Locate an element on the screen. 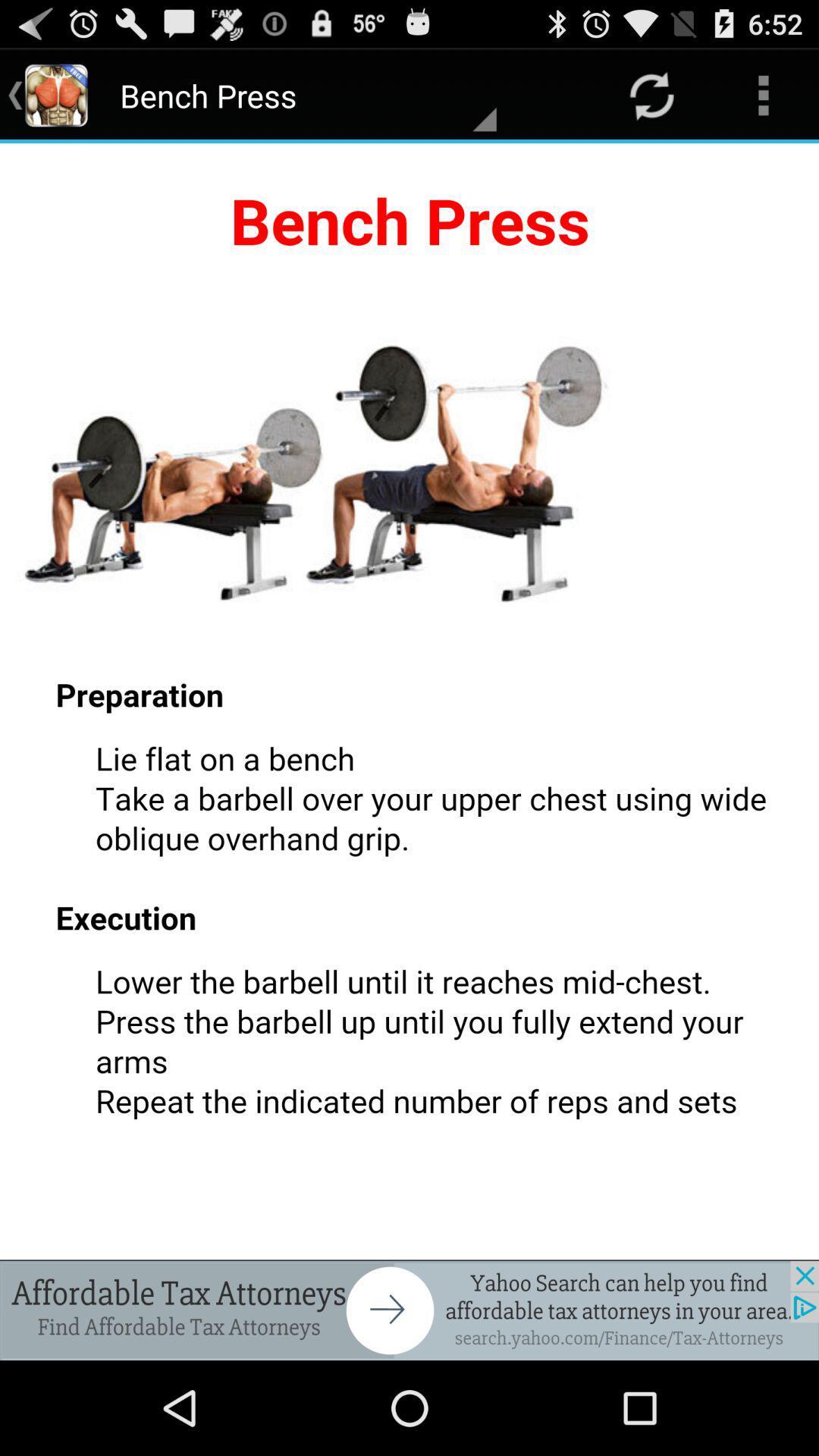 Image resolution: width=819 pixels, height=1456 pixels. connect to link is located at coordinates (409, 1310).